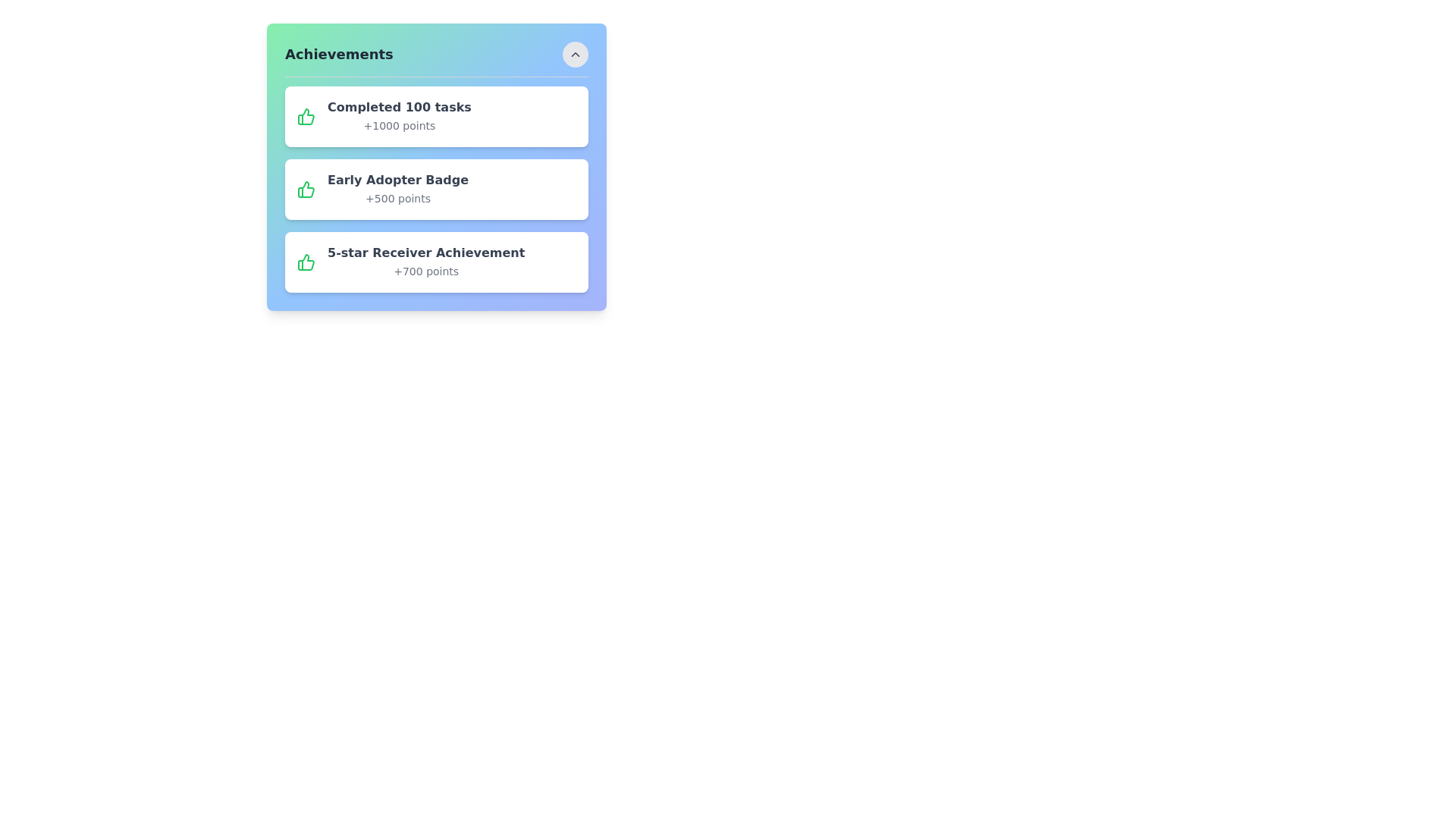 The height and width of the screenshot is (819, 1456). I want to click on the button located at the top-right corner of the 'Achievements' header, so click(574, 54).